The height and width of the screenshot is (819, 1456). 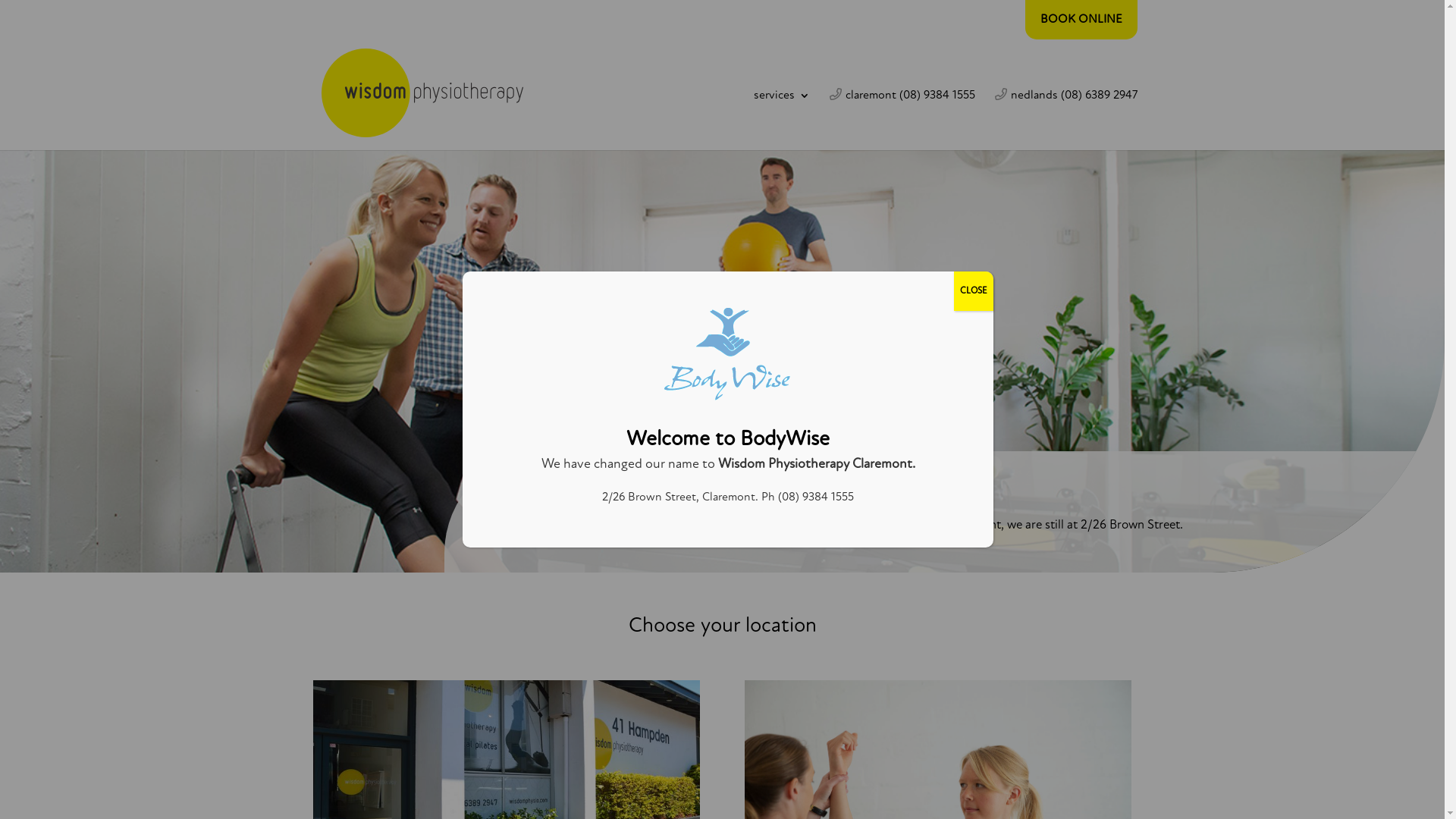 I want to click on 'nedlands (08) 6389 2947', so click(x=1065, y=118).